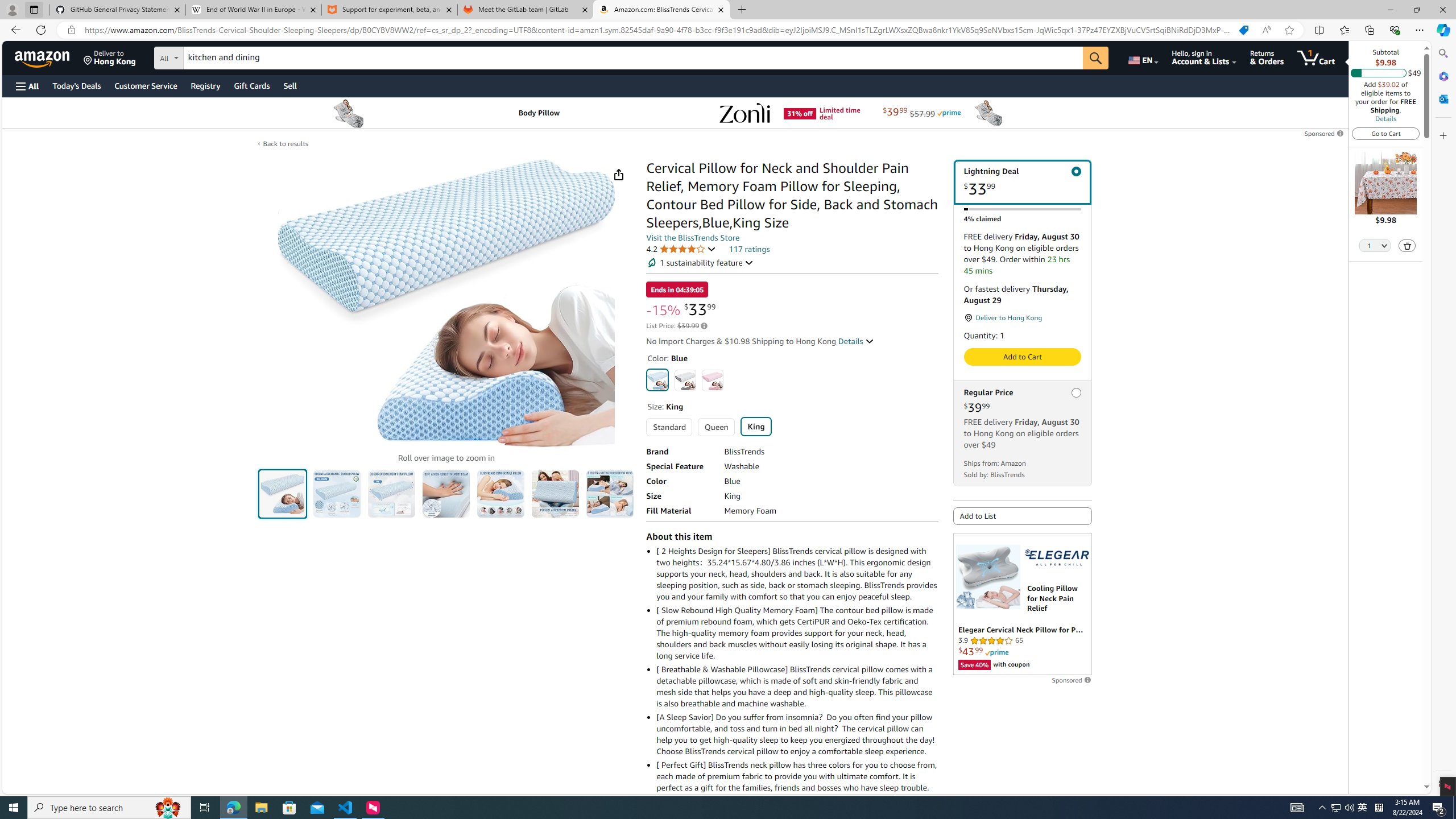  Describe the element at coordinates (712, 379) in the screenshot. I see `'Pink'` at that location.